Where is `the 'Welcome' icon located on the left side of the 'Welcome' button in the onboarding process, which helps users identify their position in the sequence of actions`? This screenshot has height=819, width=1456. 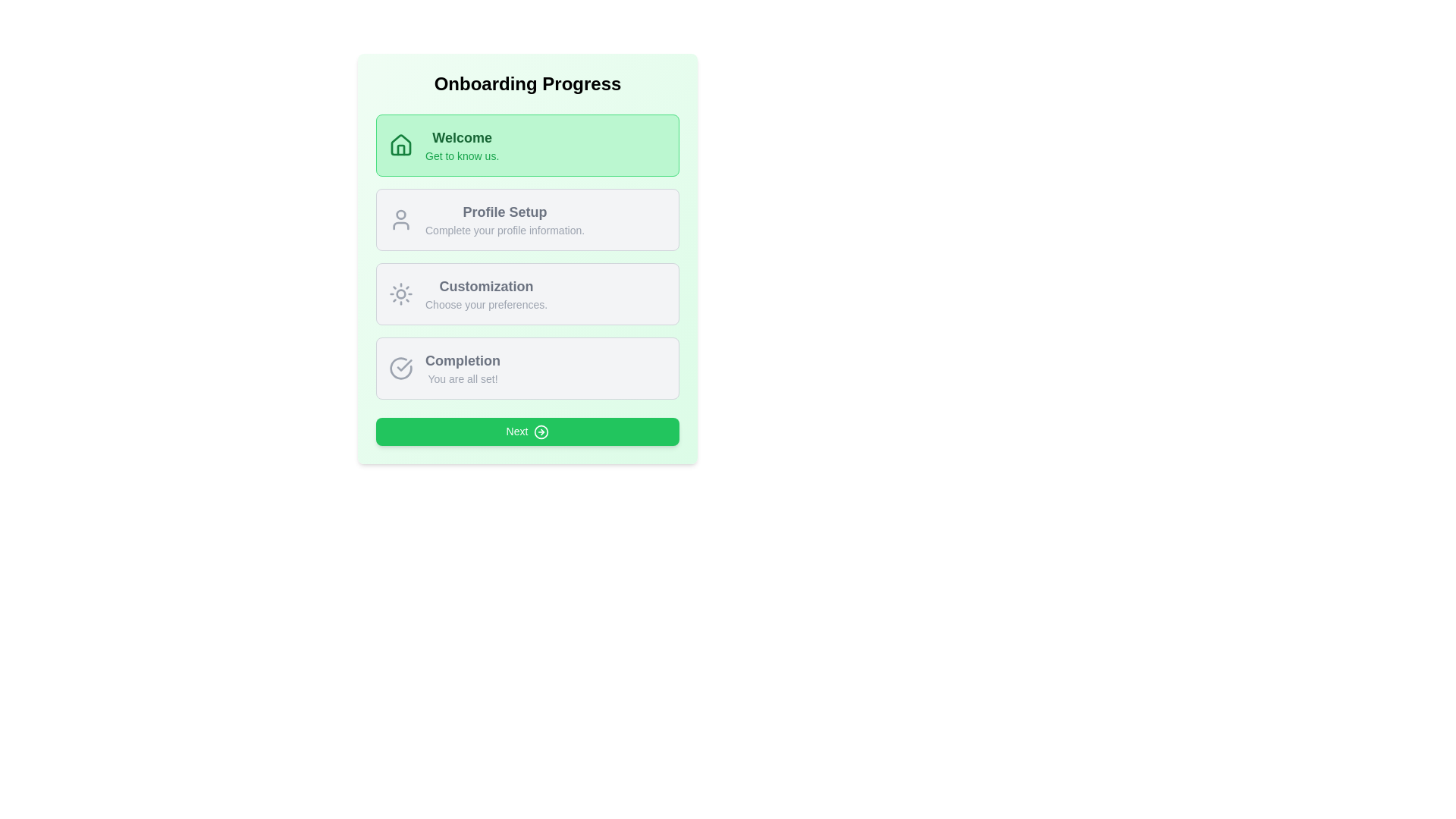
the 'Welcome' icon located on the left side of the 'Welcome' button in the onboarding process, which helps users identify their position in the sequence of actions is located at coordinates (400, 149).